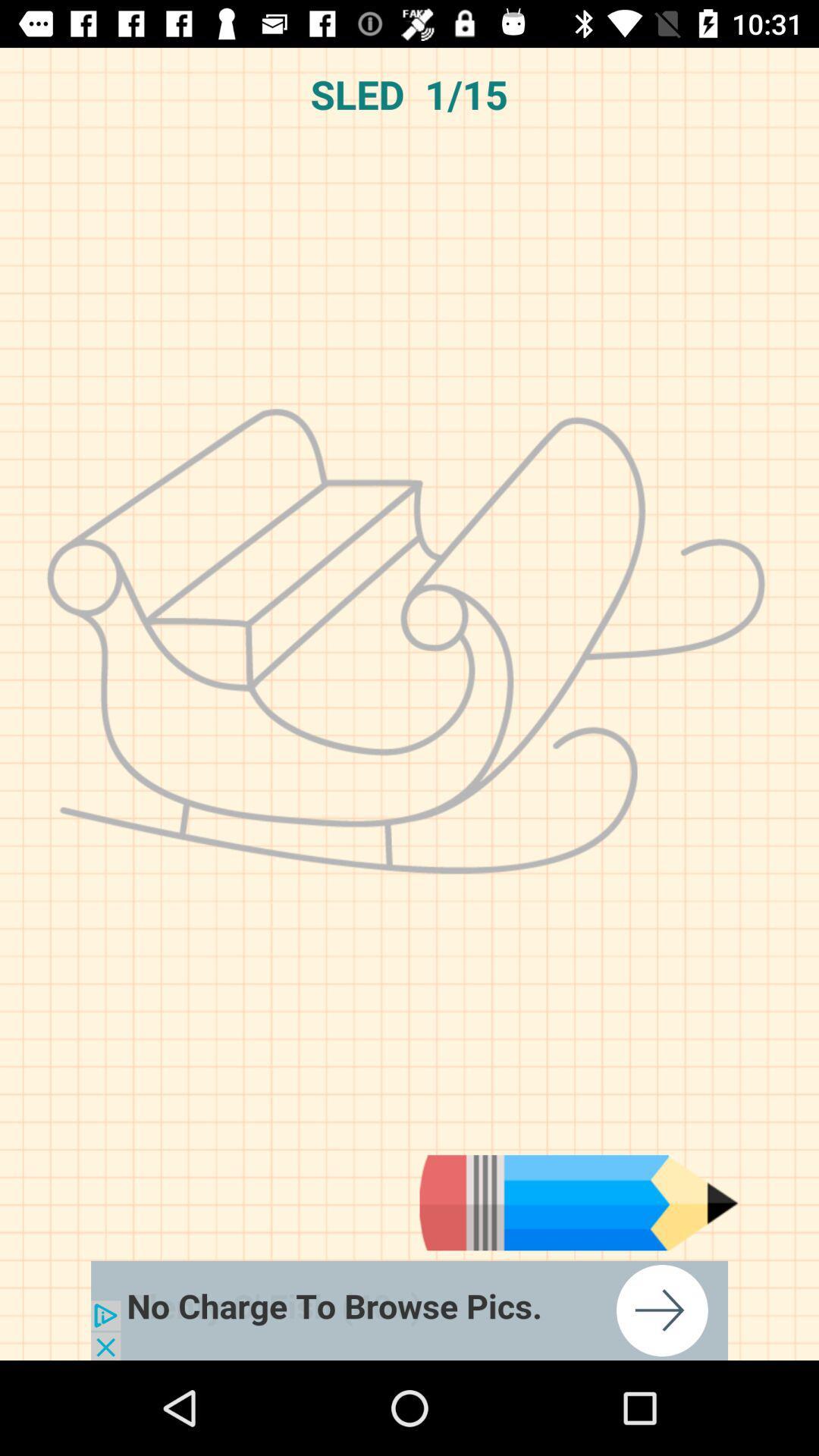 This screenshot has height=1456, width=819. What do you see at coordinates (579, 1202) in the screenshot?
I see `draw button` at bounding box center [579, 1202].